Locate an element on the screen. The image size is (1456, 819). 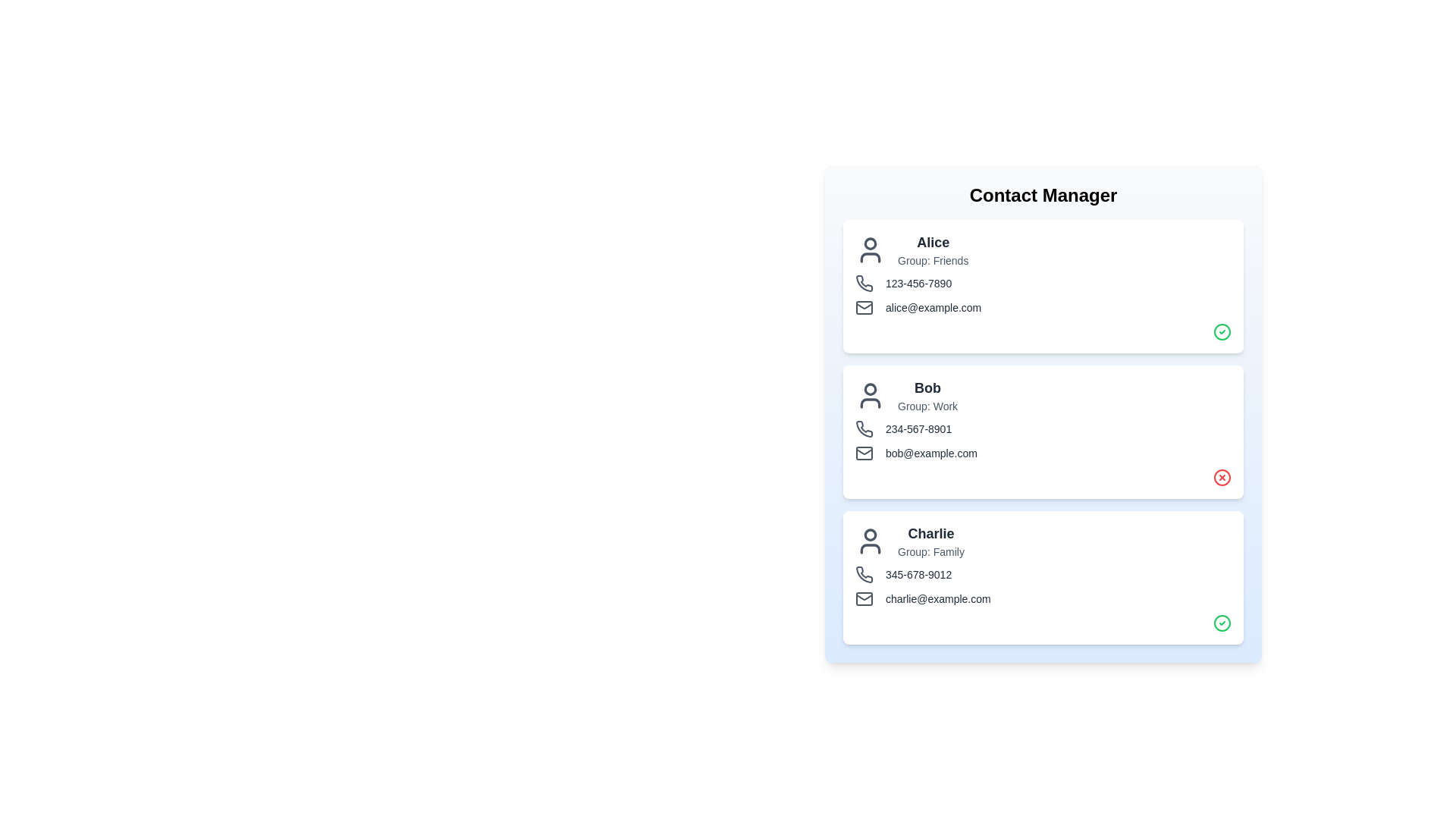
the verification icon for Charlie is located at coordinates (1222, 623).